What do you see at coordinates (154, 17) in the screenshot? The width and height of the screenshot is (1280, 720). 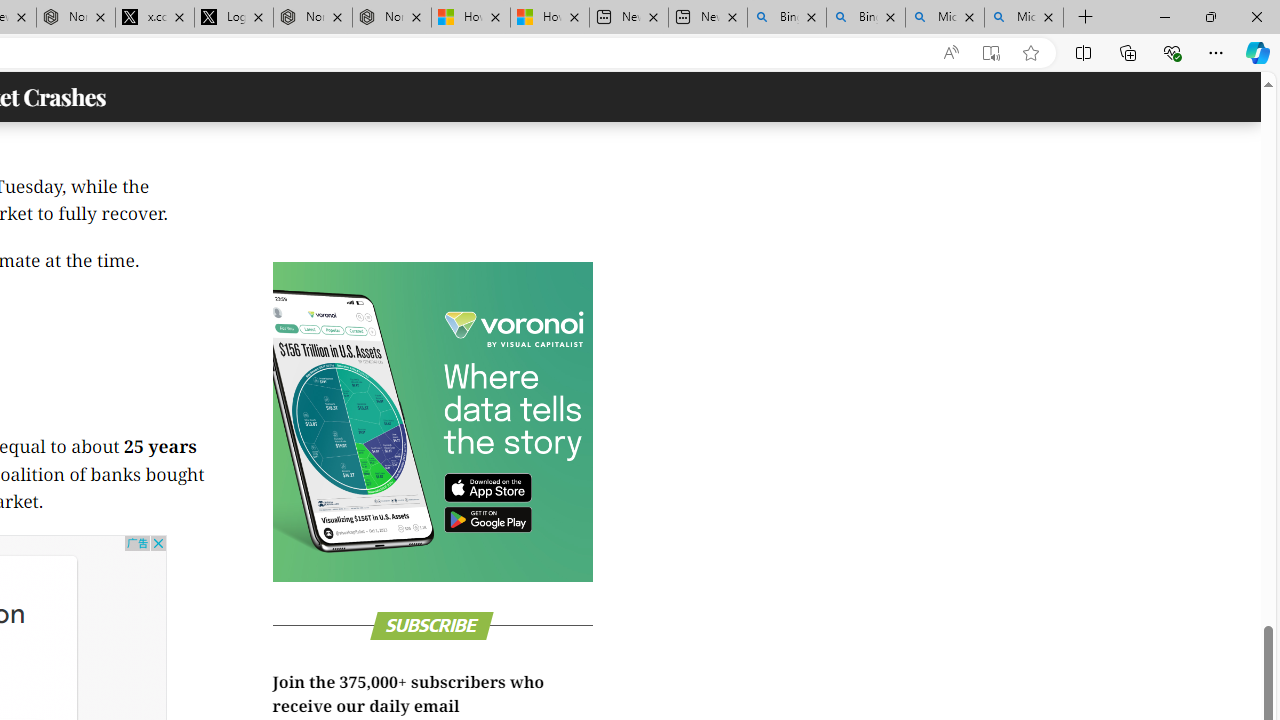 I see `'x.com/NordaceOfficial'` at bounding box center [154, 17].